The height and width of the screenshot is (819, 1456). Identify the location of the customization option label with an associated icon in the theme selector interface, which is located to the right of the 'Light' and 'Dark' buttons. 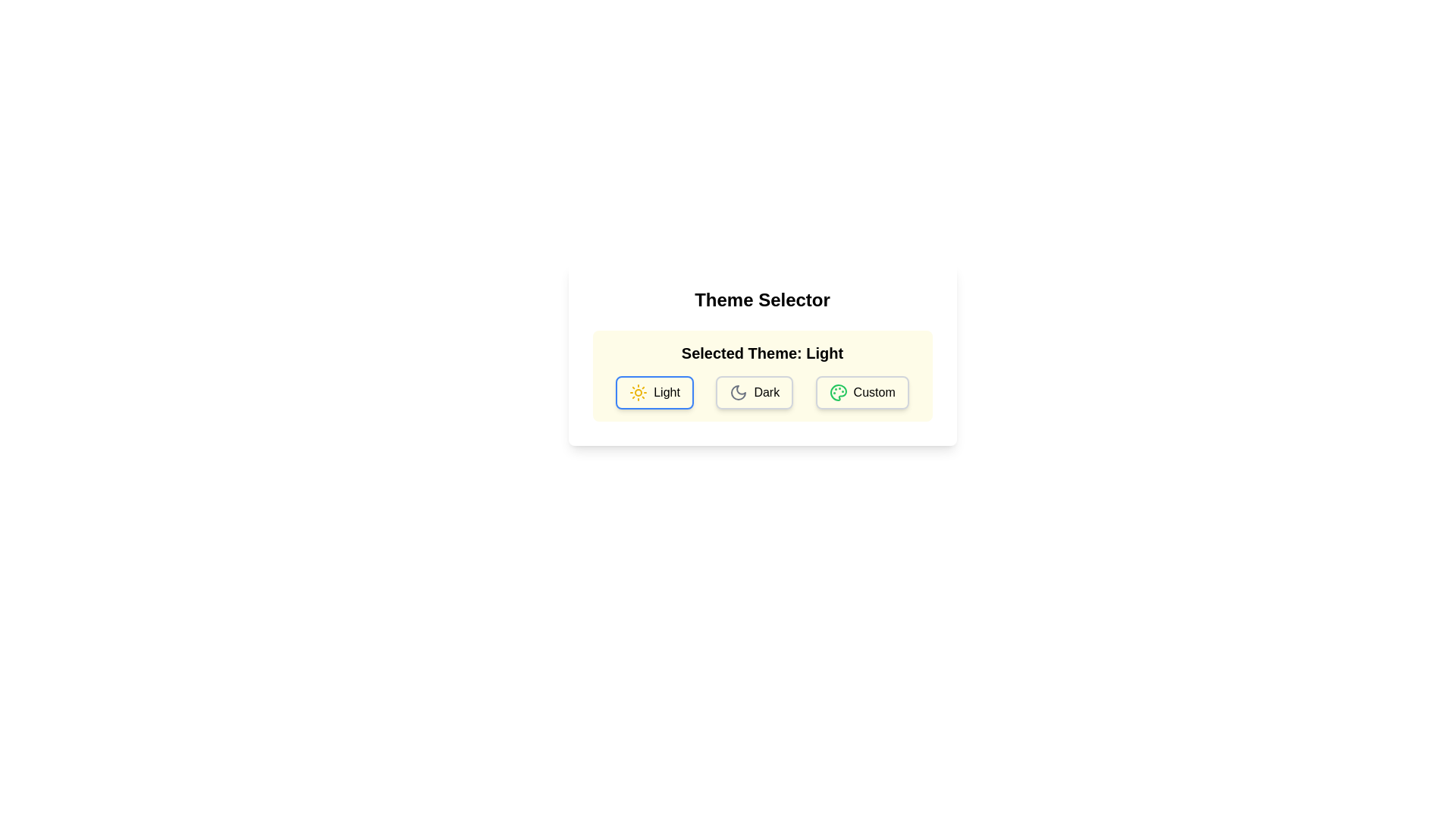
(862, 391).